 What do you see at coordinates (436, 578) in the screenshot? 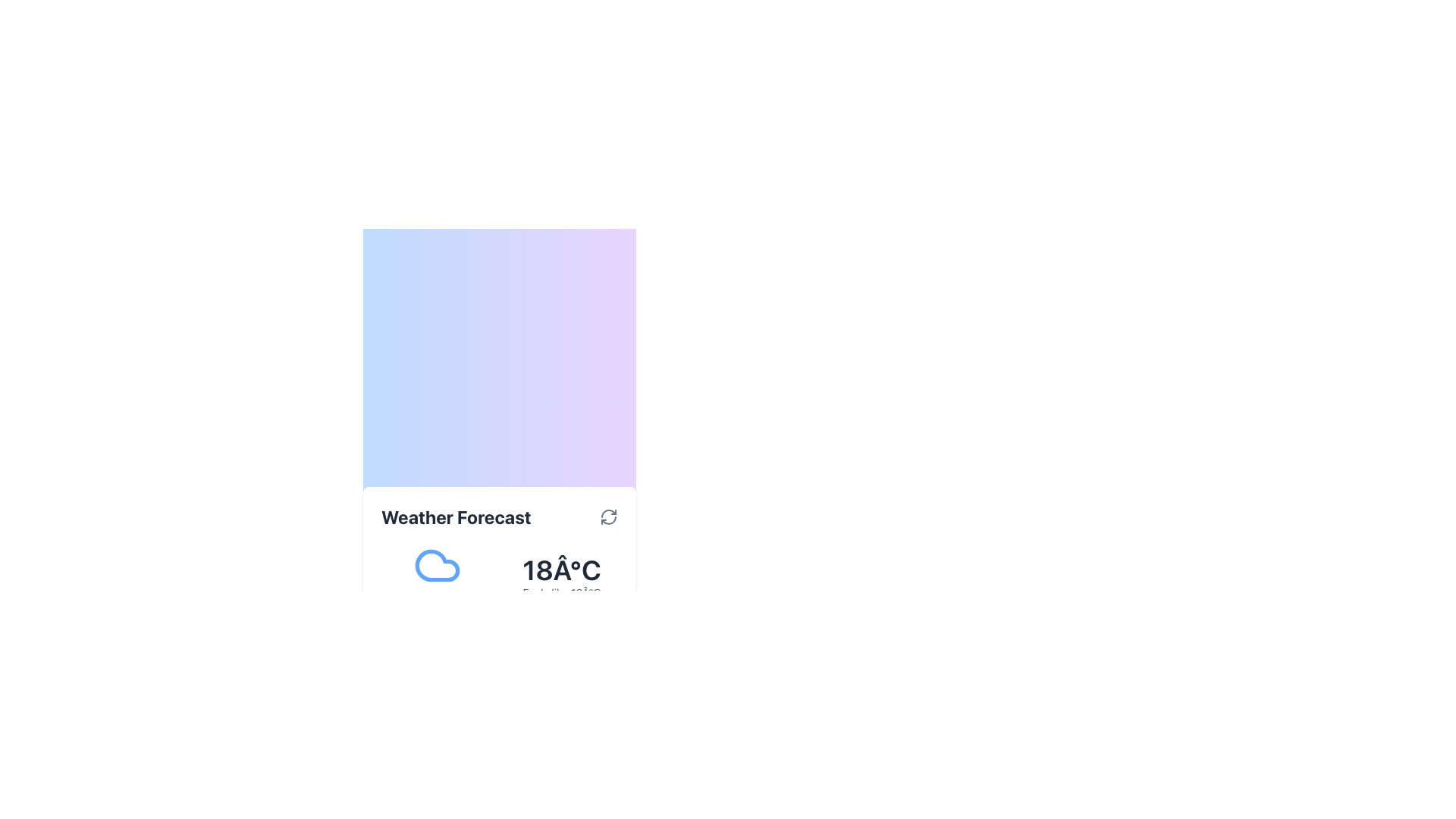
I see `the cloudy weather icon located to the left of the temperature information ('18Â°C')` at bounding box center [436, 578].